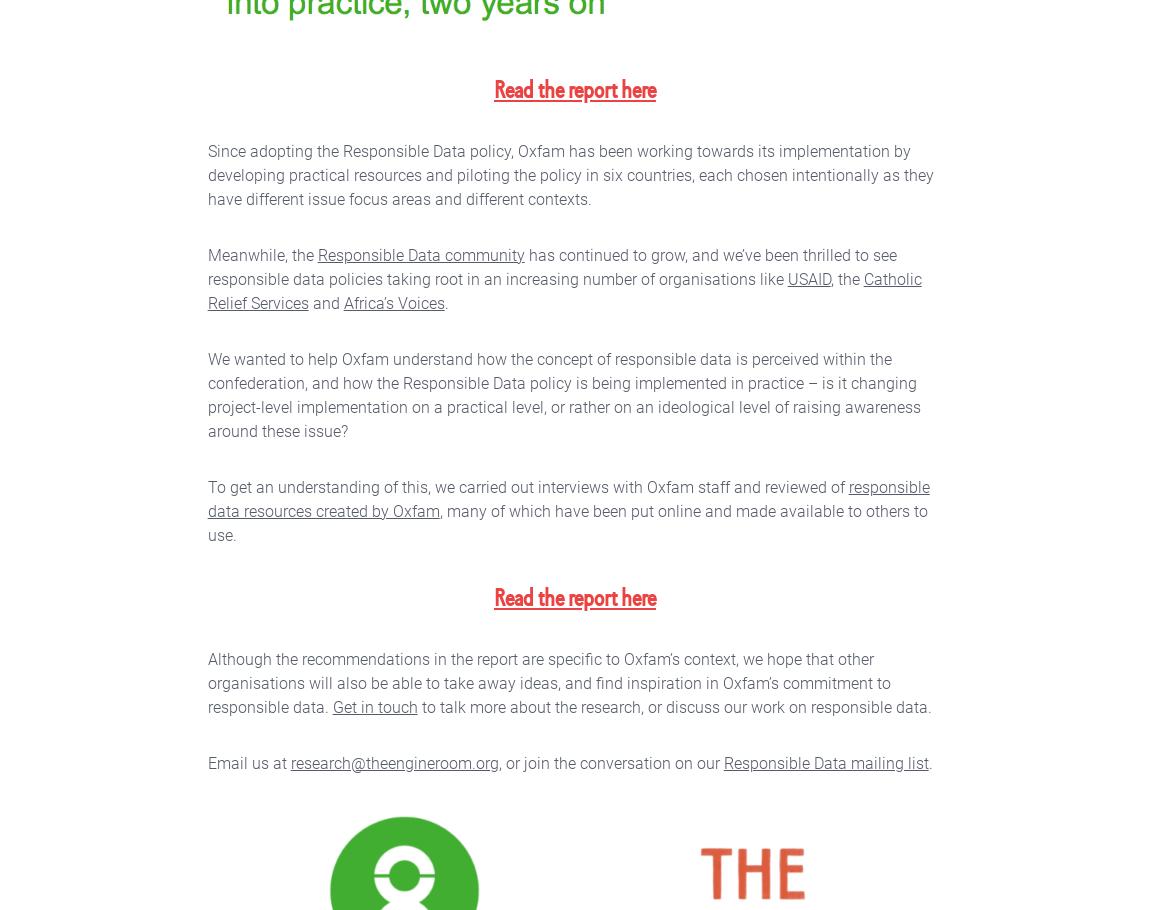 The height and width of the screenshot is (910, 1150). Describe the element at coordinates (307, 302) in the screenshot. I see `'and'` at that location.